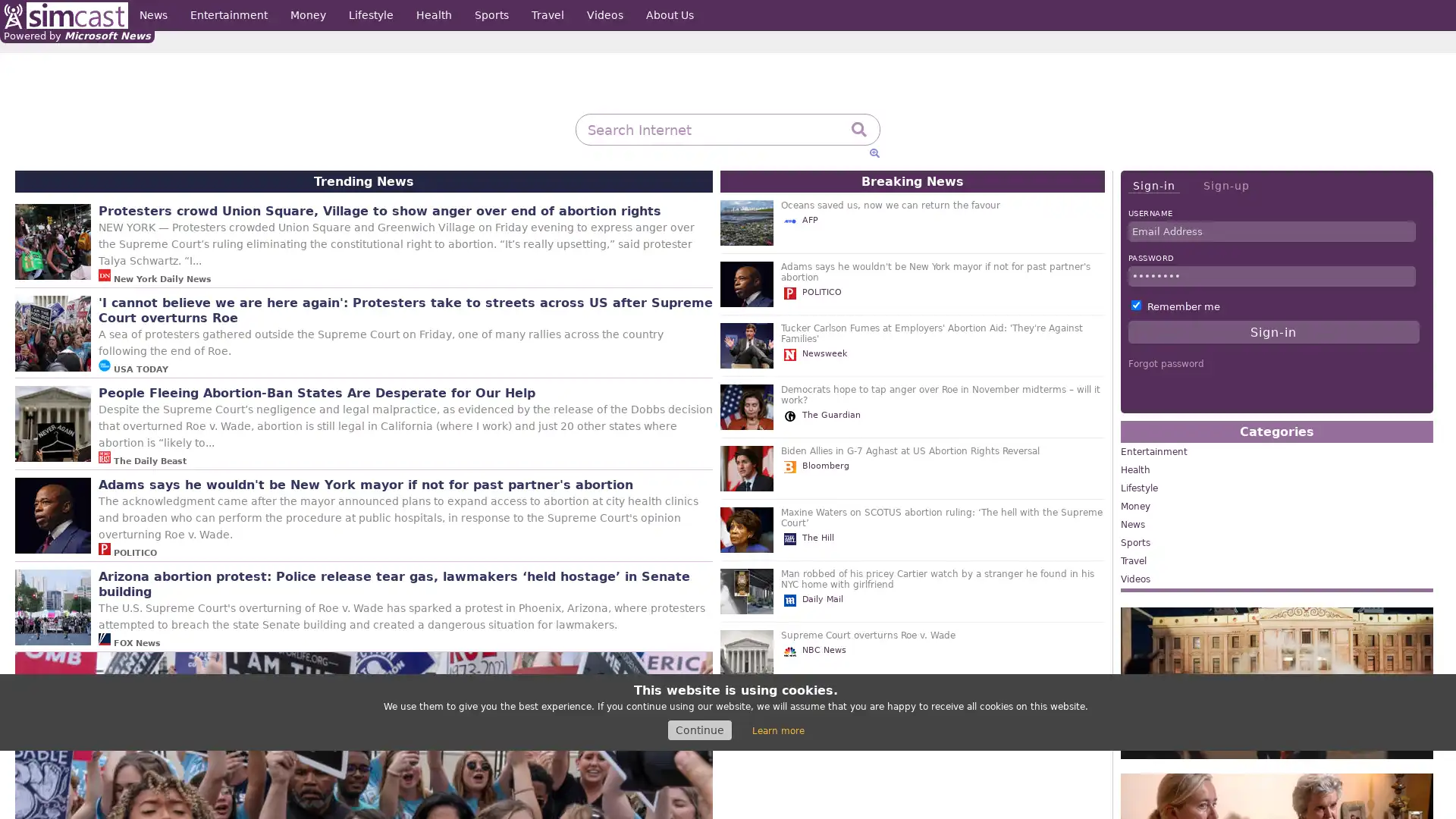 The width and height of the screenshot is (1456, 819). I want to click on Sign-up, so click(1225, 185).